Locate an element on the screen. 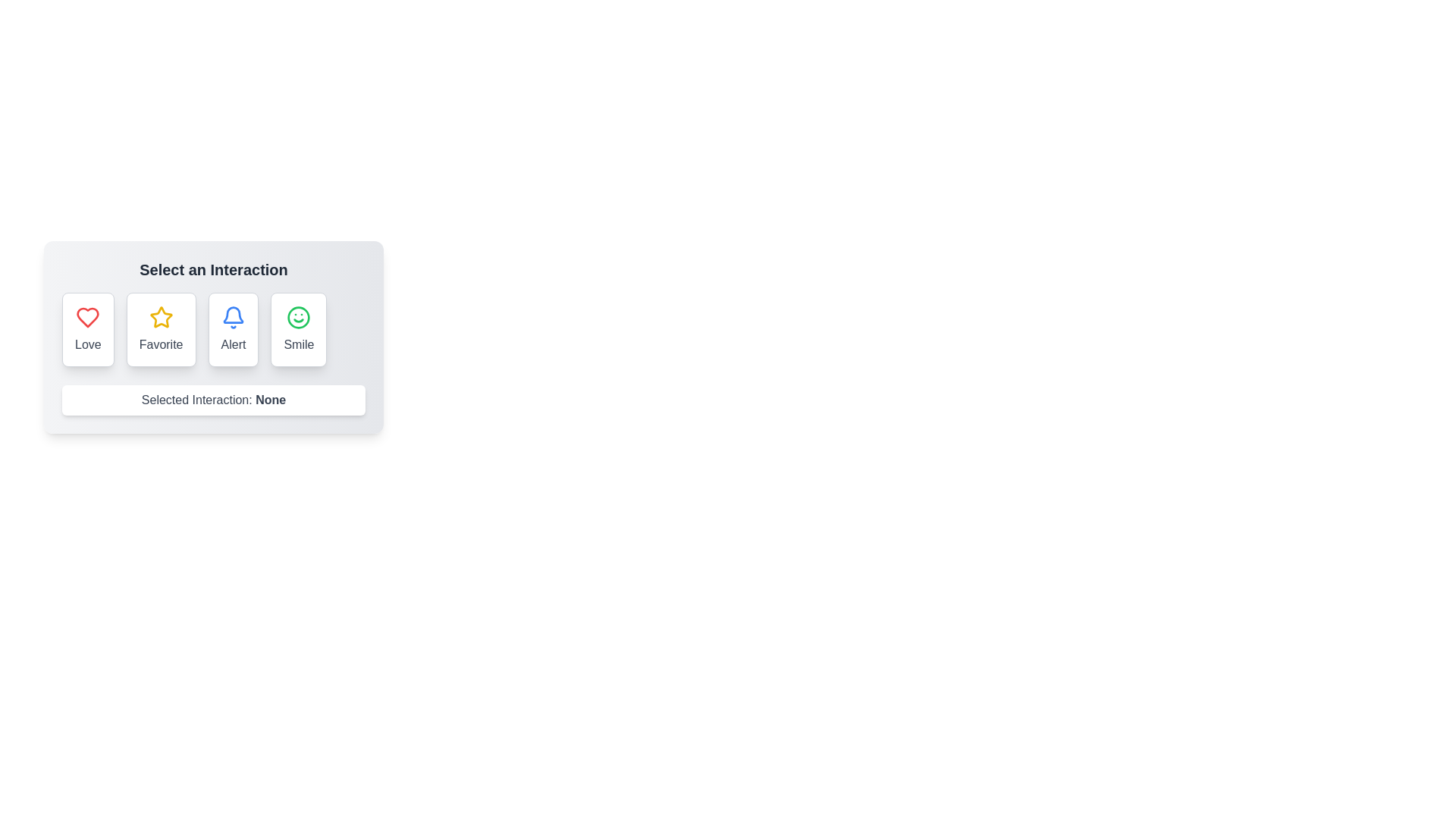 The image size is (1456, 819). the button labeled Alert to observe the hover effect is located at coordinates (232, 329).